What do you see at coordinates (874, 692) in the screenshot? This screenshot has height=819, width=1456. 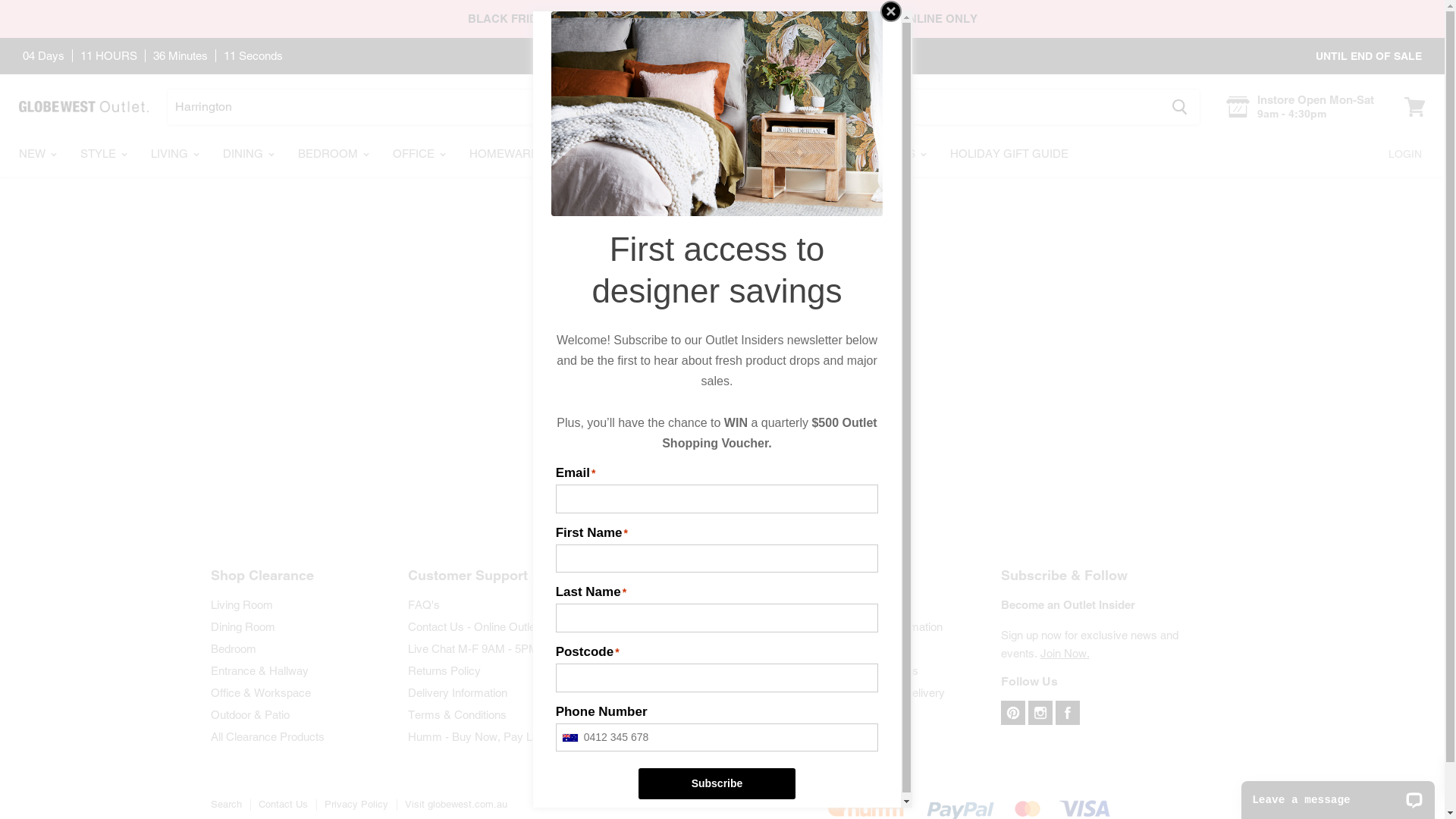 I see `'How to Measure for Delivery'` at bounding box center [874, 692].